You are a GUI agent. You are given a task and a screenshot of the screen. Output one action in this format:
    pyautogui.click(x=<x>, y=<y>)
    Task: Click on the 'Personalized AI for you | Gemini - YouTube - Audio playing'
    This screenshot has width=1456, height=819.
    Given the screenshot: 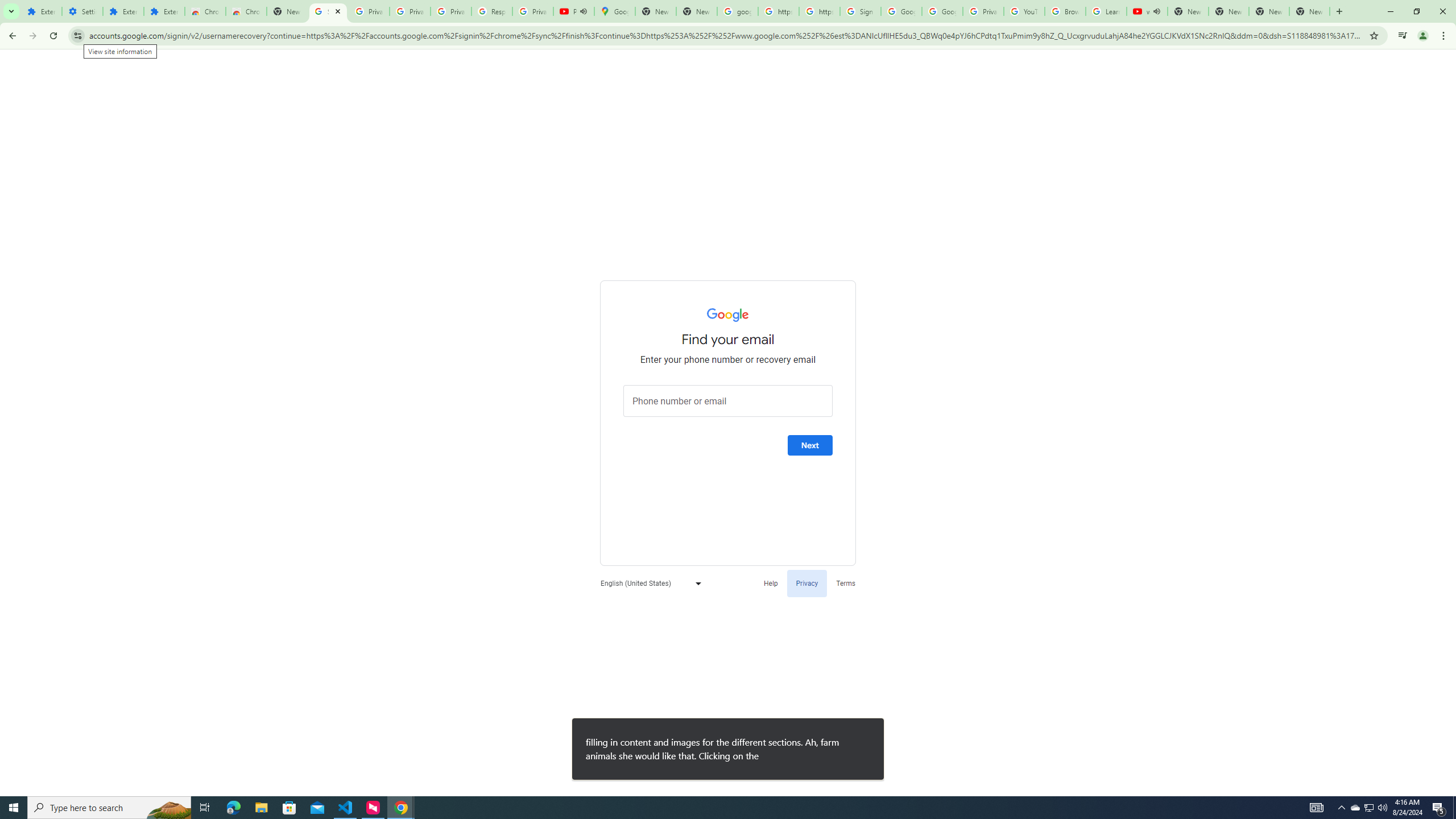 What is the action you would take?
    pyautogui.click(x=573, y=11)
    